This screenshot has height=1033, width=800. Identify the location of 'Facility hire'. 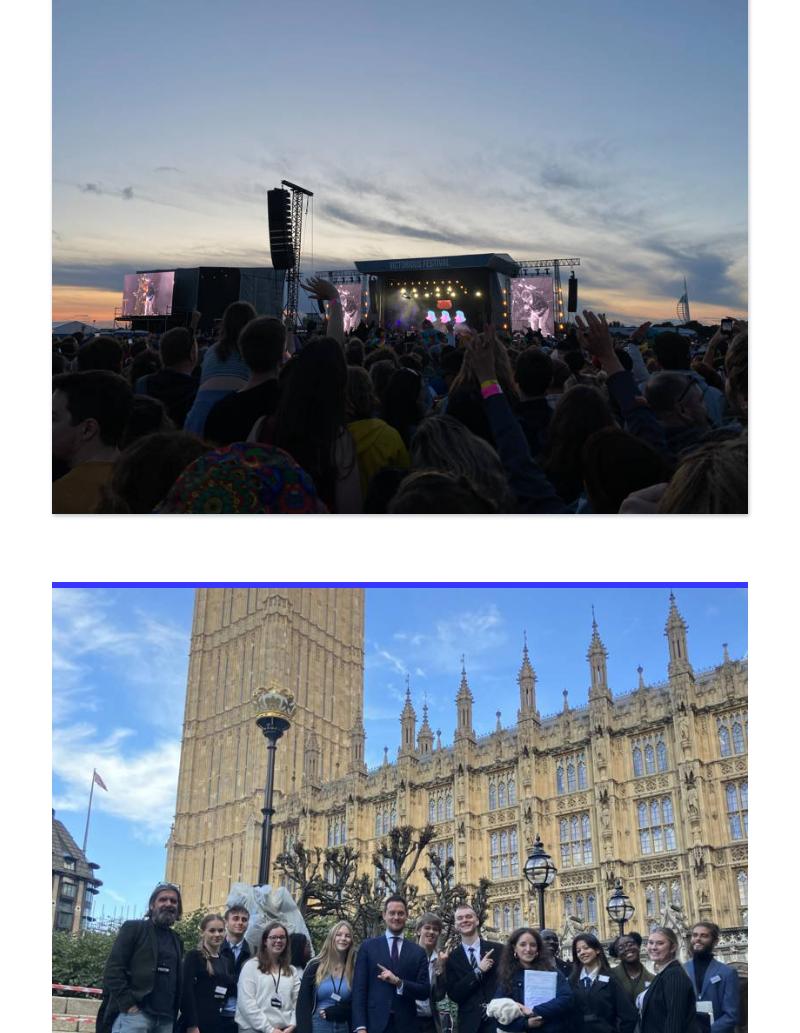
(106, 421).